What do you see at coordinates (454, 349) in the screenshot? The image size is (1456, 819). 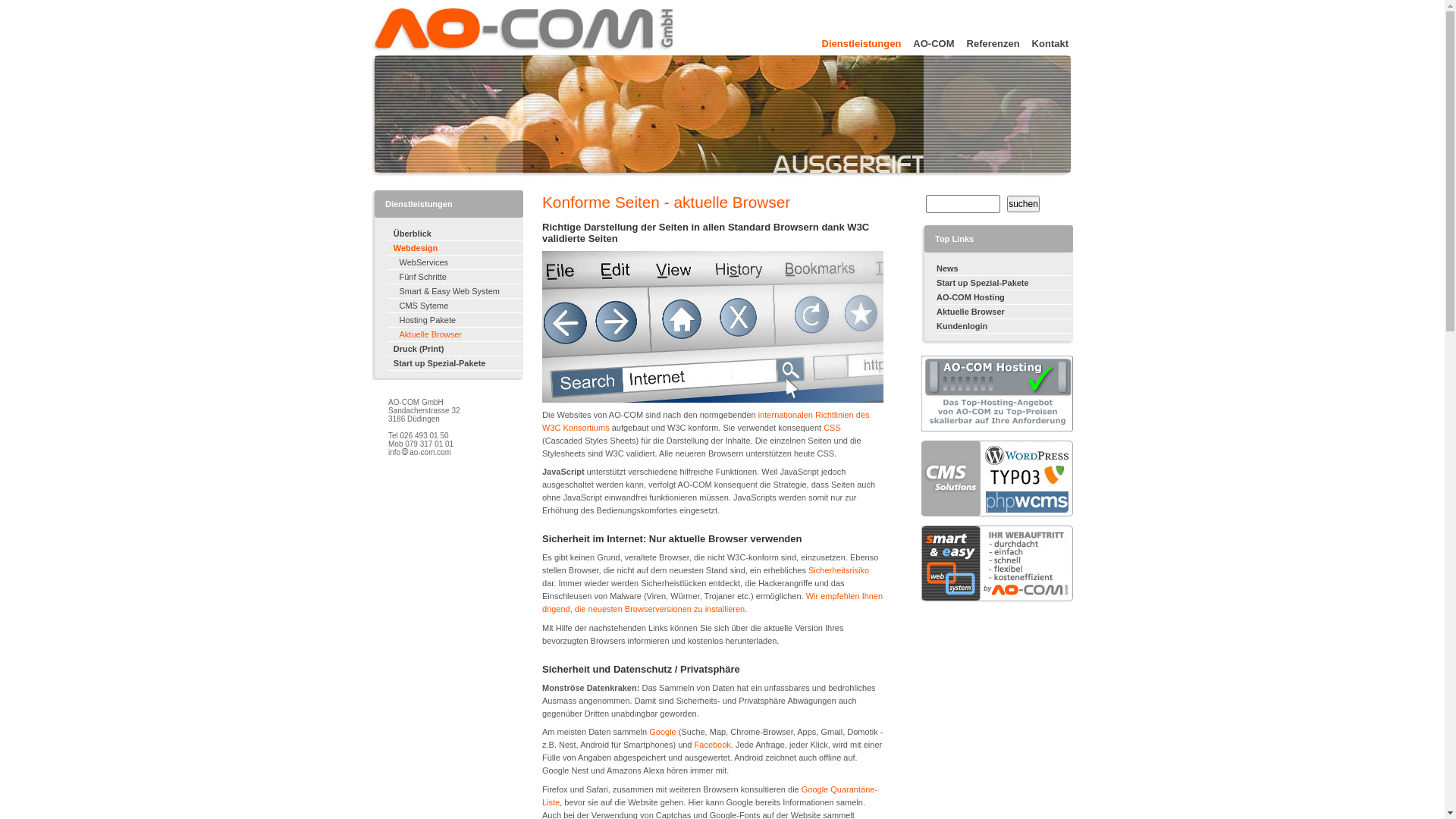 I see `'Druck (Print)'` at bounding box center [454, 349].